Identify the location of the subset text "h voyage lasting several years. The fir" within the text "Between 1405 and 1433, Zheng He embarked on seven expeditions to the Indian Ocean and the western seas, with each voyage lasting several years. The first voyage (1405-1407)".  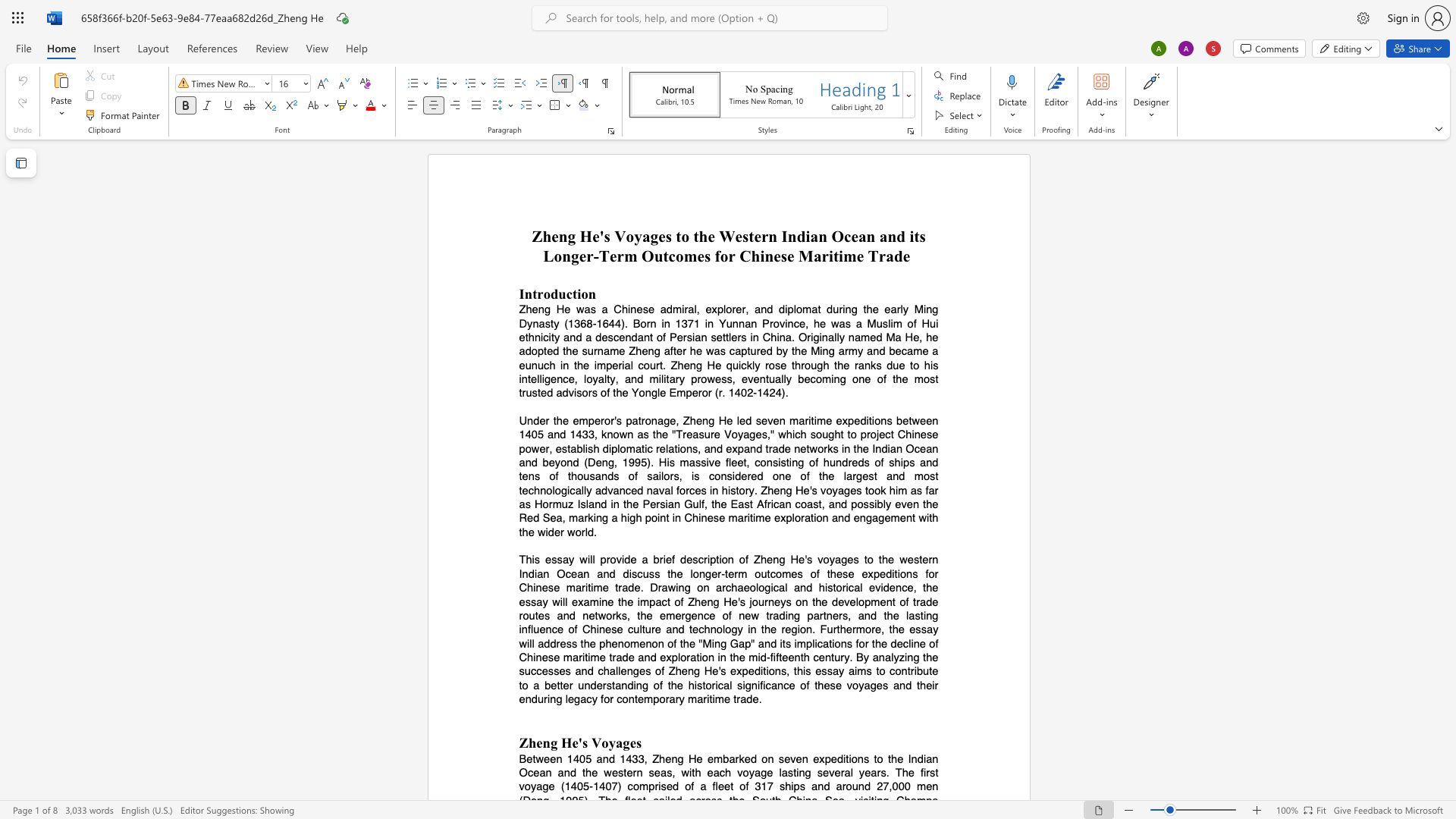
(724, 772).